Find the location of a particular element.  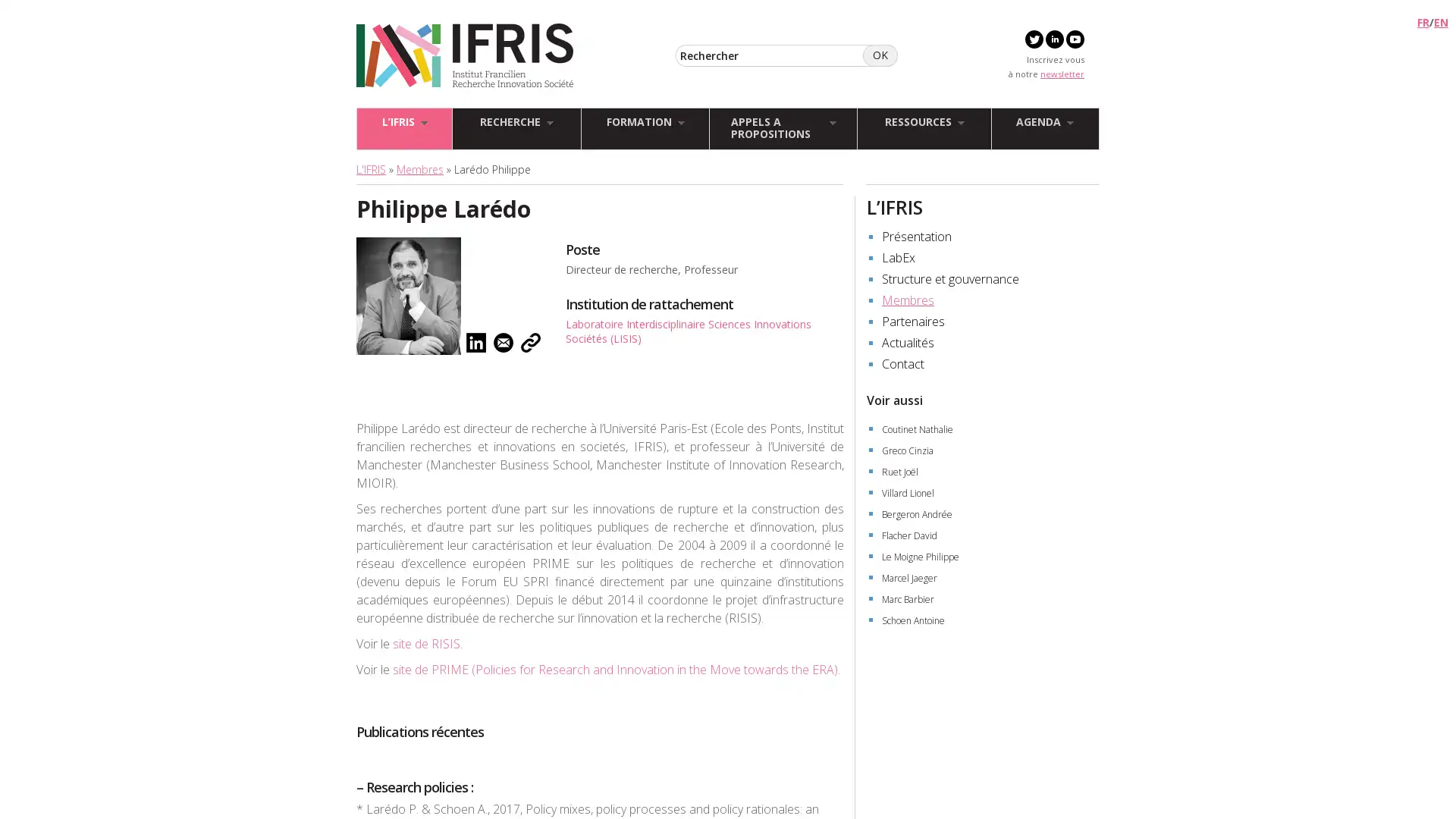

ok is located at coordinates (880, 55).